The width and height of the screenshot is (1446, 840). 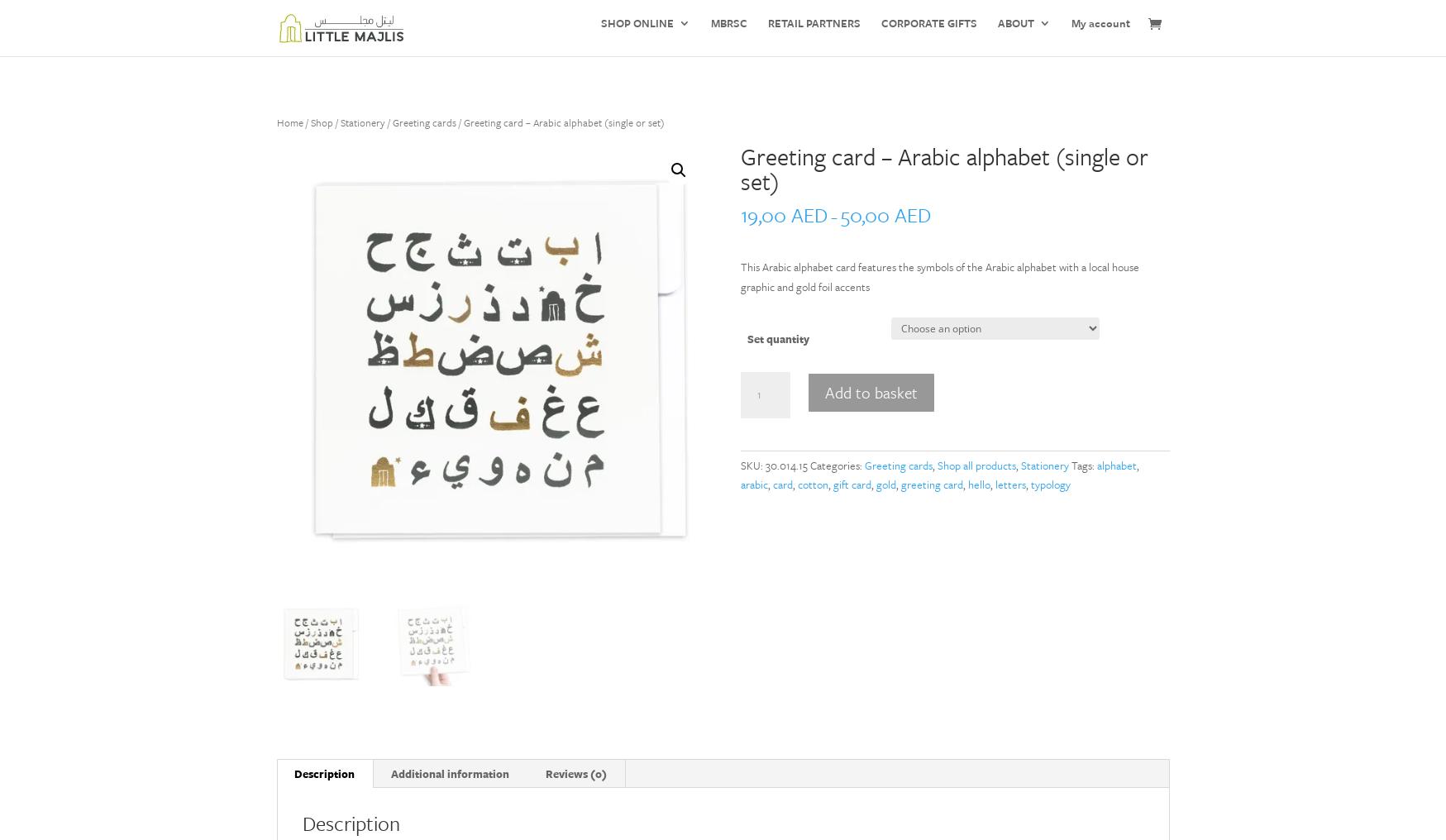 What do you see at coordinates (854, 232) in the screenshot?
I see `'Jewellery'` at bounding box center [854, 232].